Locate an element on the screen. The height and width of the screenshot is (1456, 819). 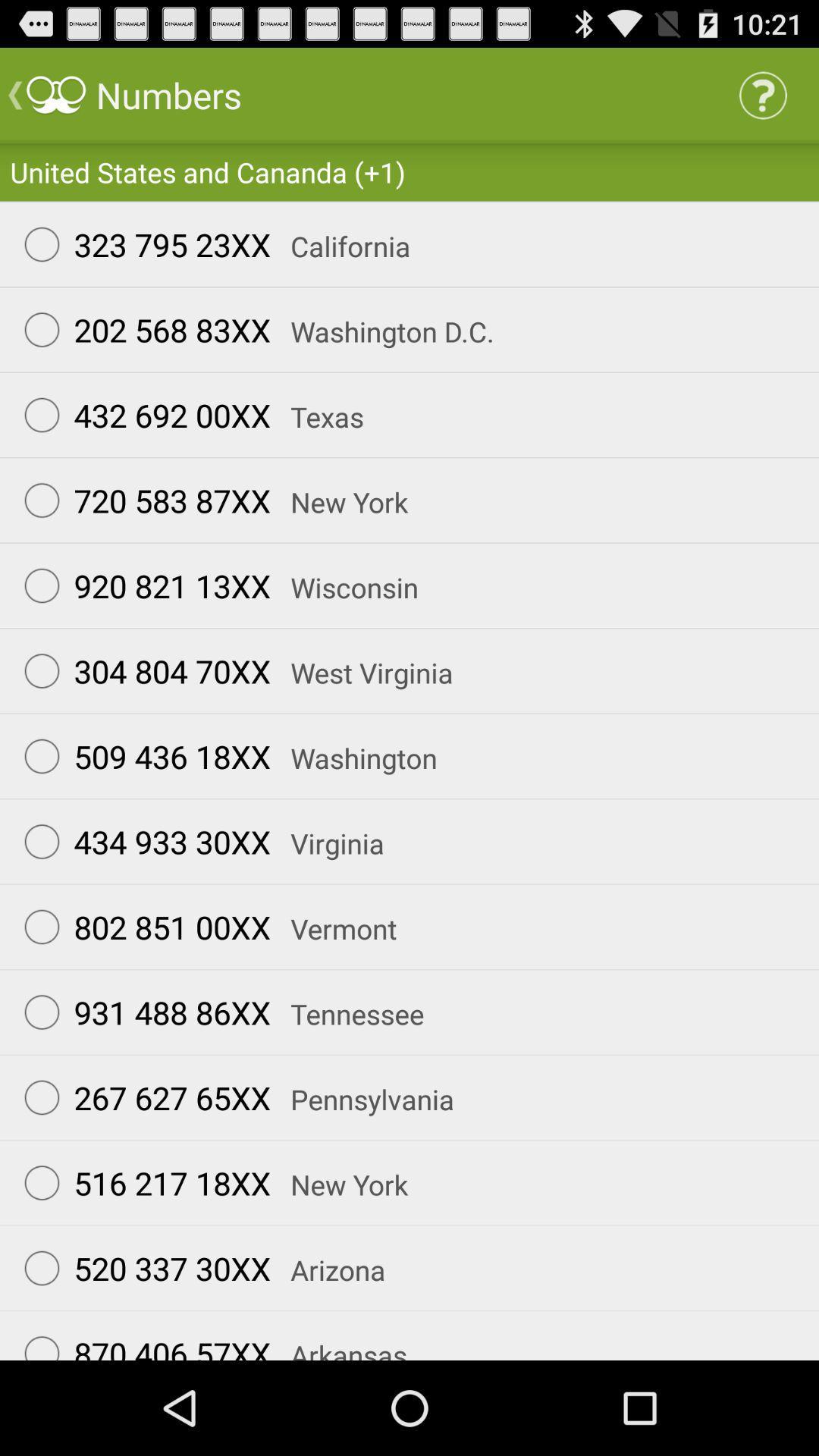
radio button below 432 692 00xx icon is located at coordinates (140, 500).